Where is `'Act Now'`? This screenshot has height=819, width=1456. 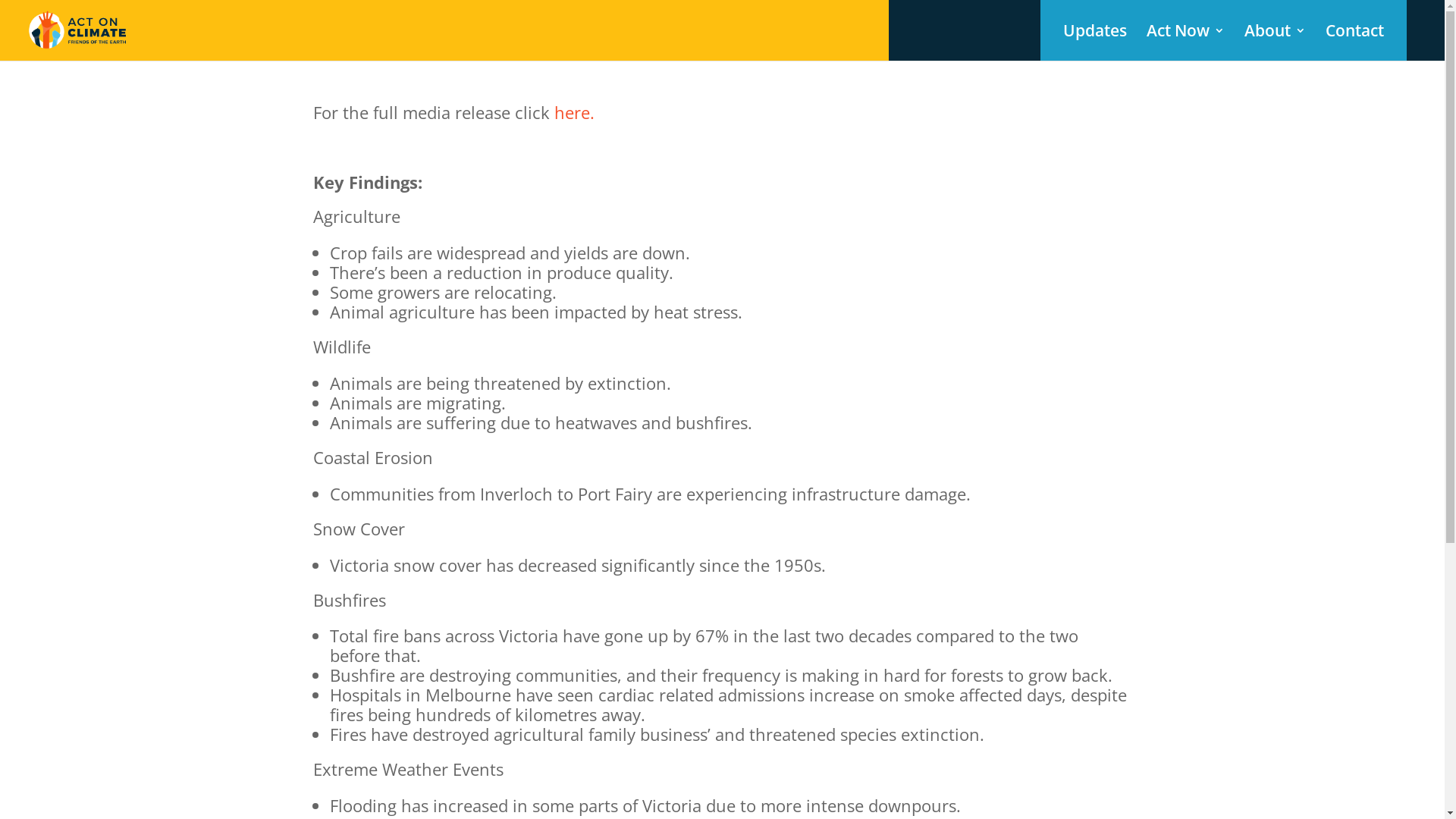
'Act Now' is located at coordinates (1147, 42).